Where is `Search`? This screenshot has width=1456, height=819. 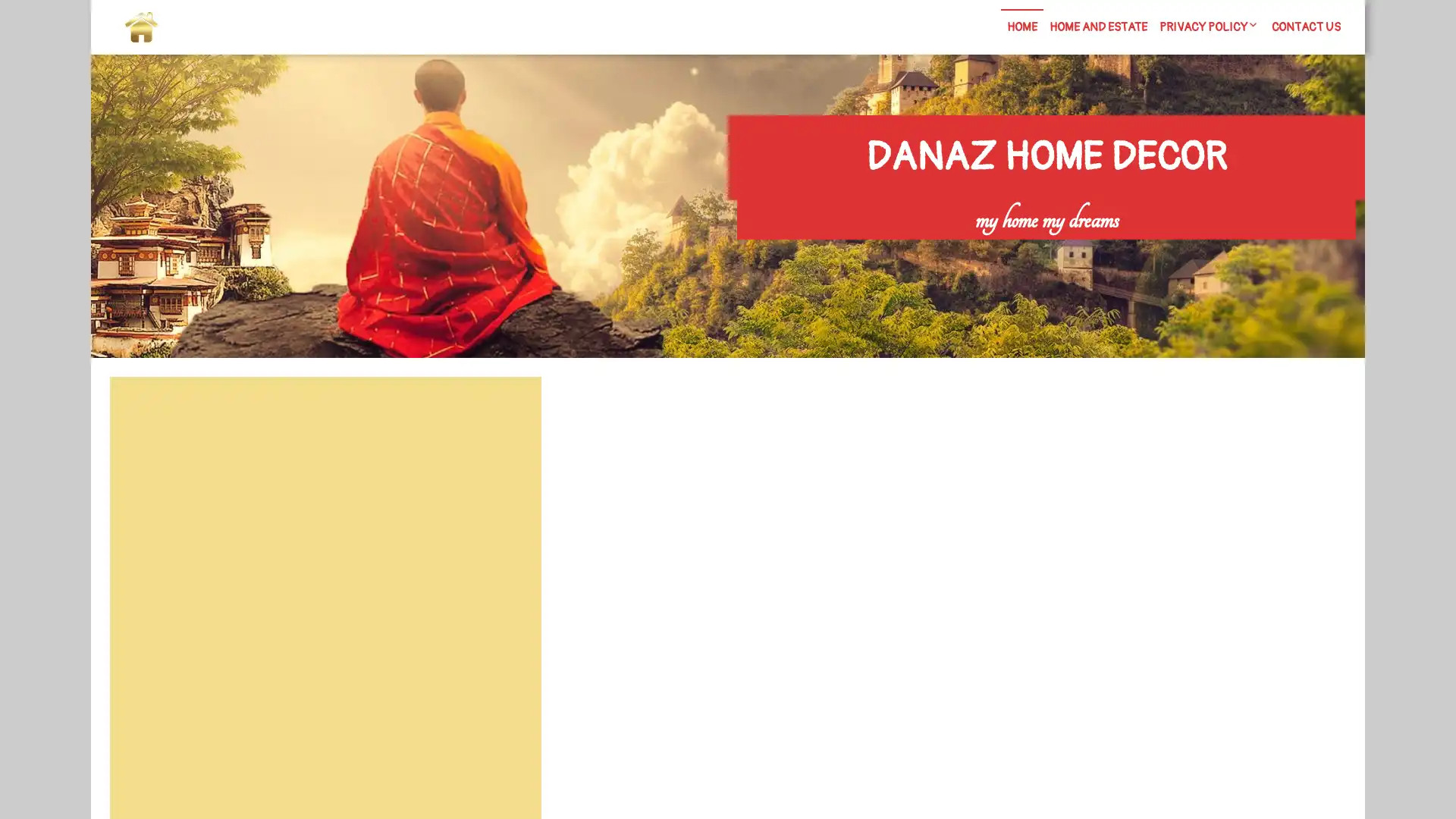
Search is located at coordinates (506, 413).